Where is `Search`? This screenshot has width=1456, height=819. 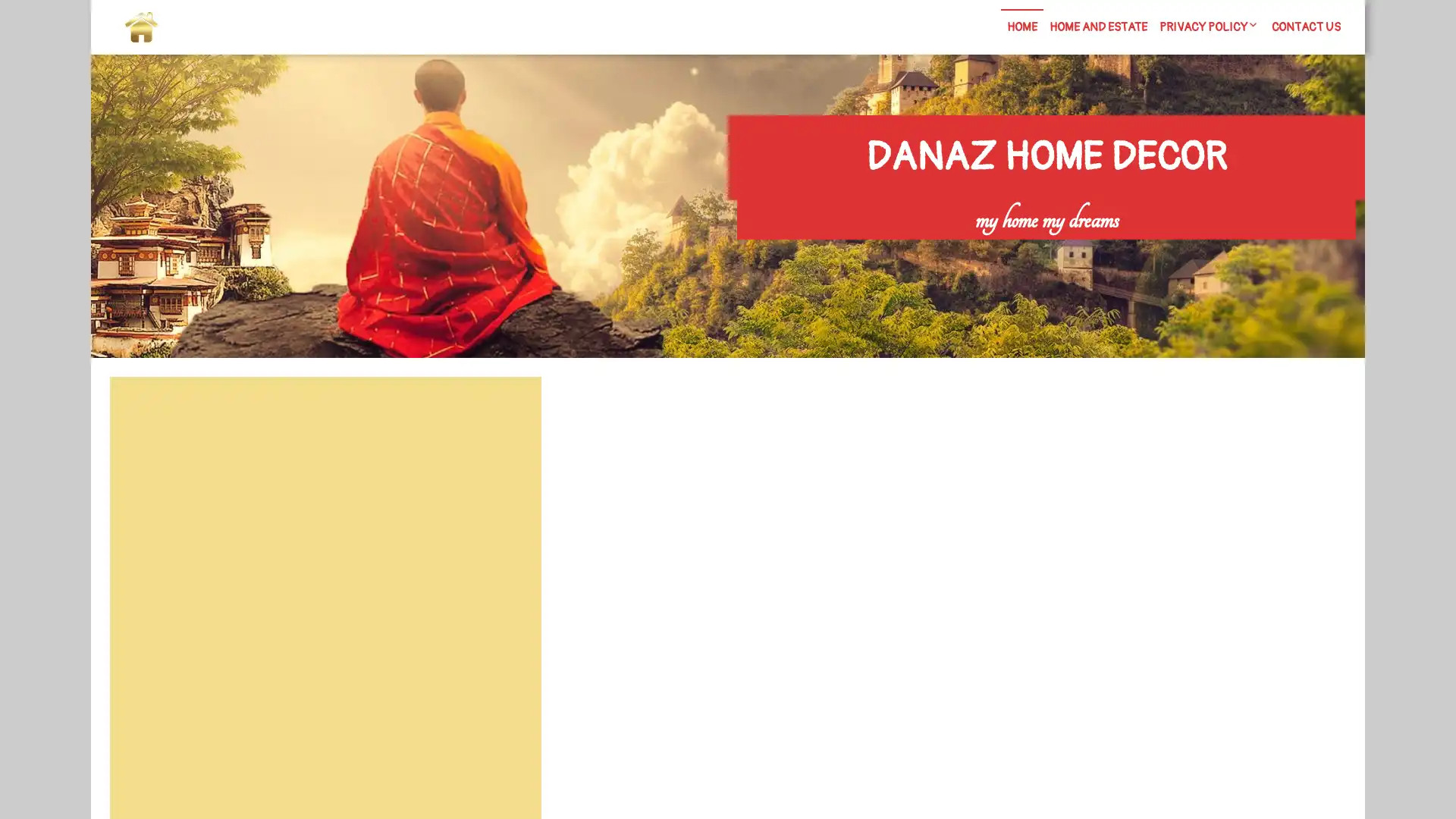
Search is located at coordinates (506, 413).